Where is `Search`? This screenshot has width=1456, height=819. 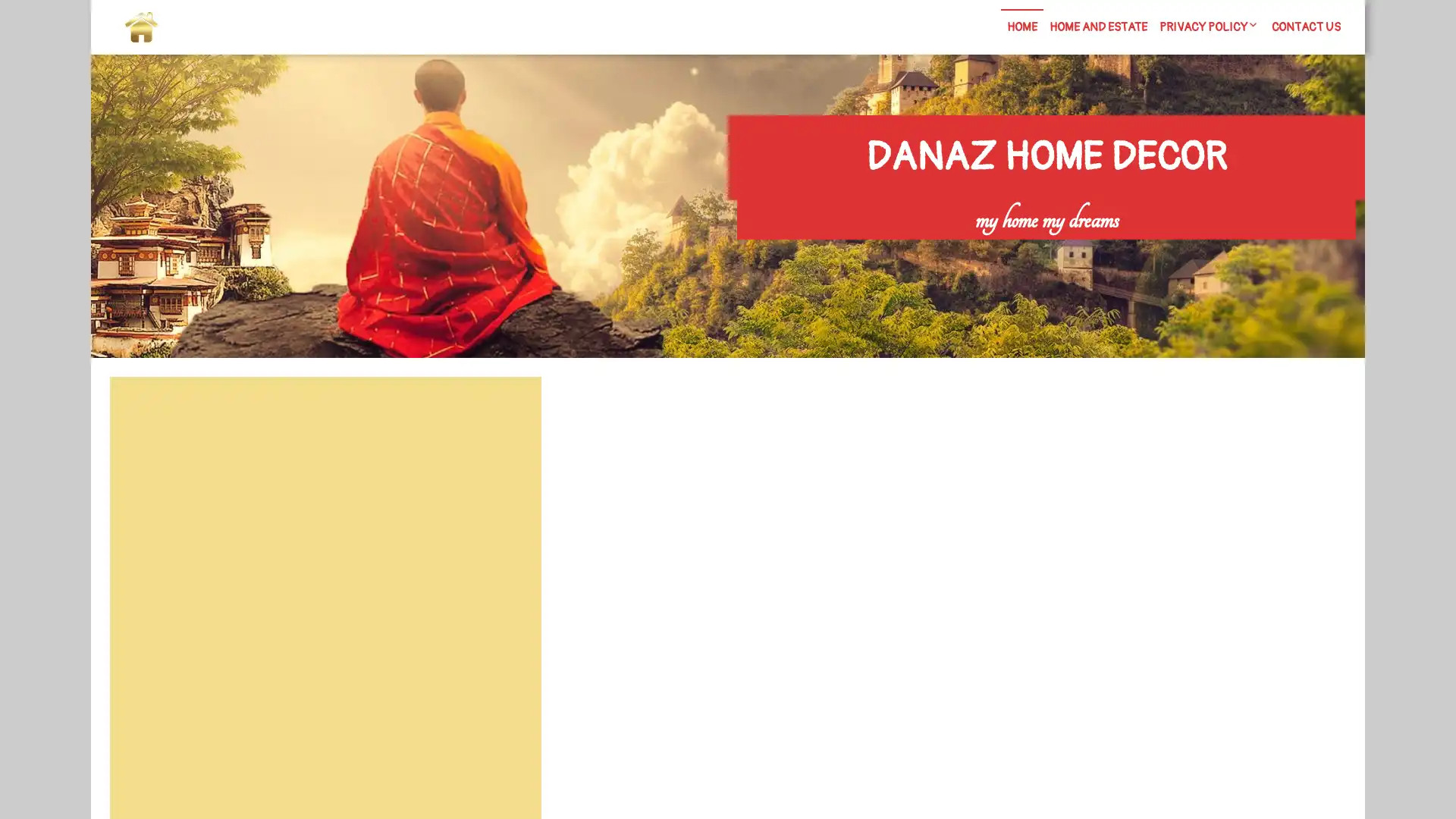
Search is located at coordinates (506, 413).